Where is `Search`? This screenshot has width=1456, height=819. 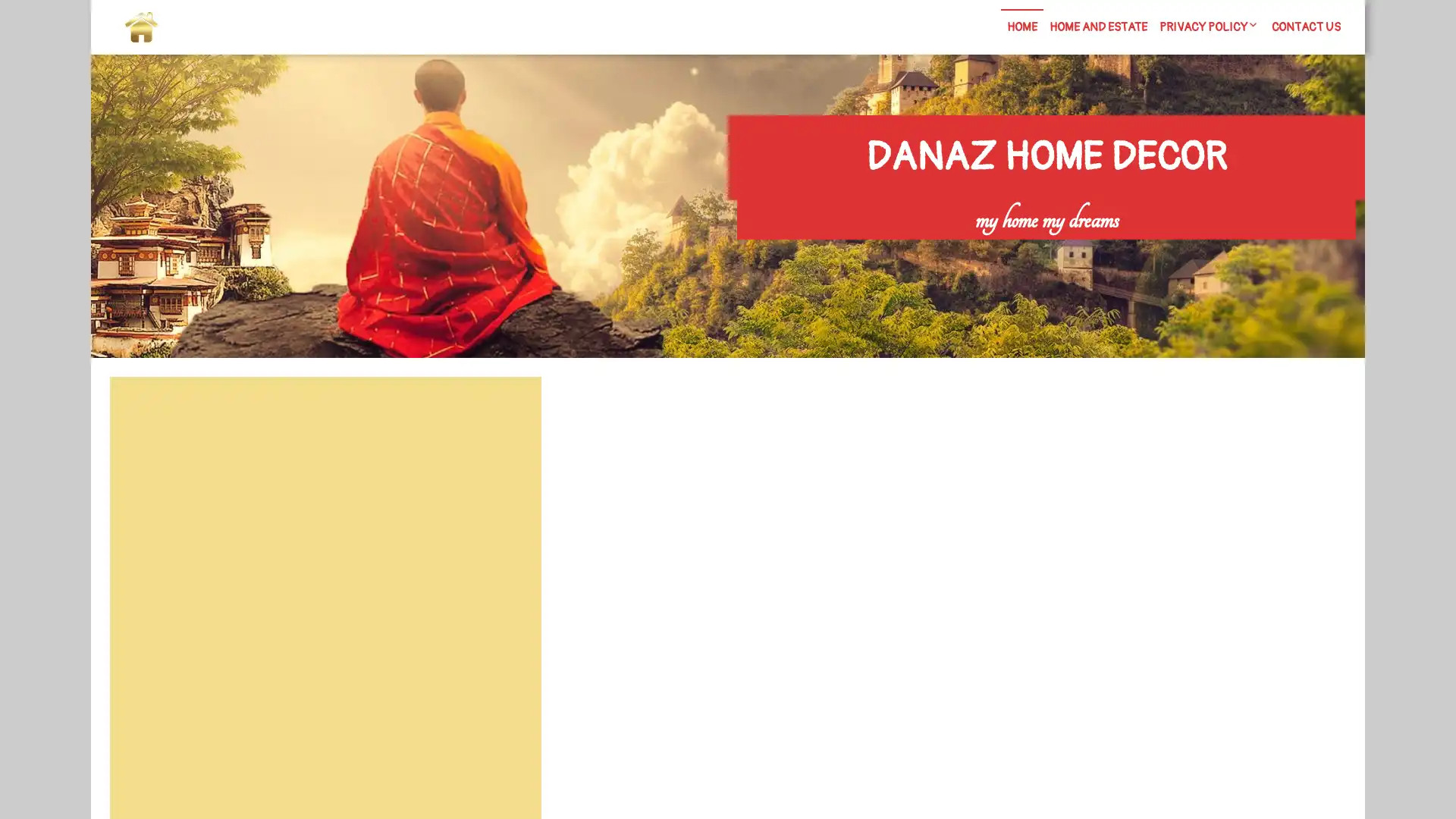
Search is located at coordinates (506, 413).